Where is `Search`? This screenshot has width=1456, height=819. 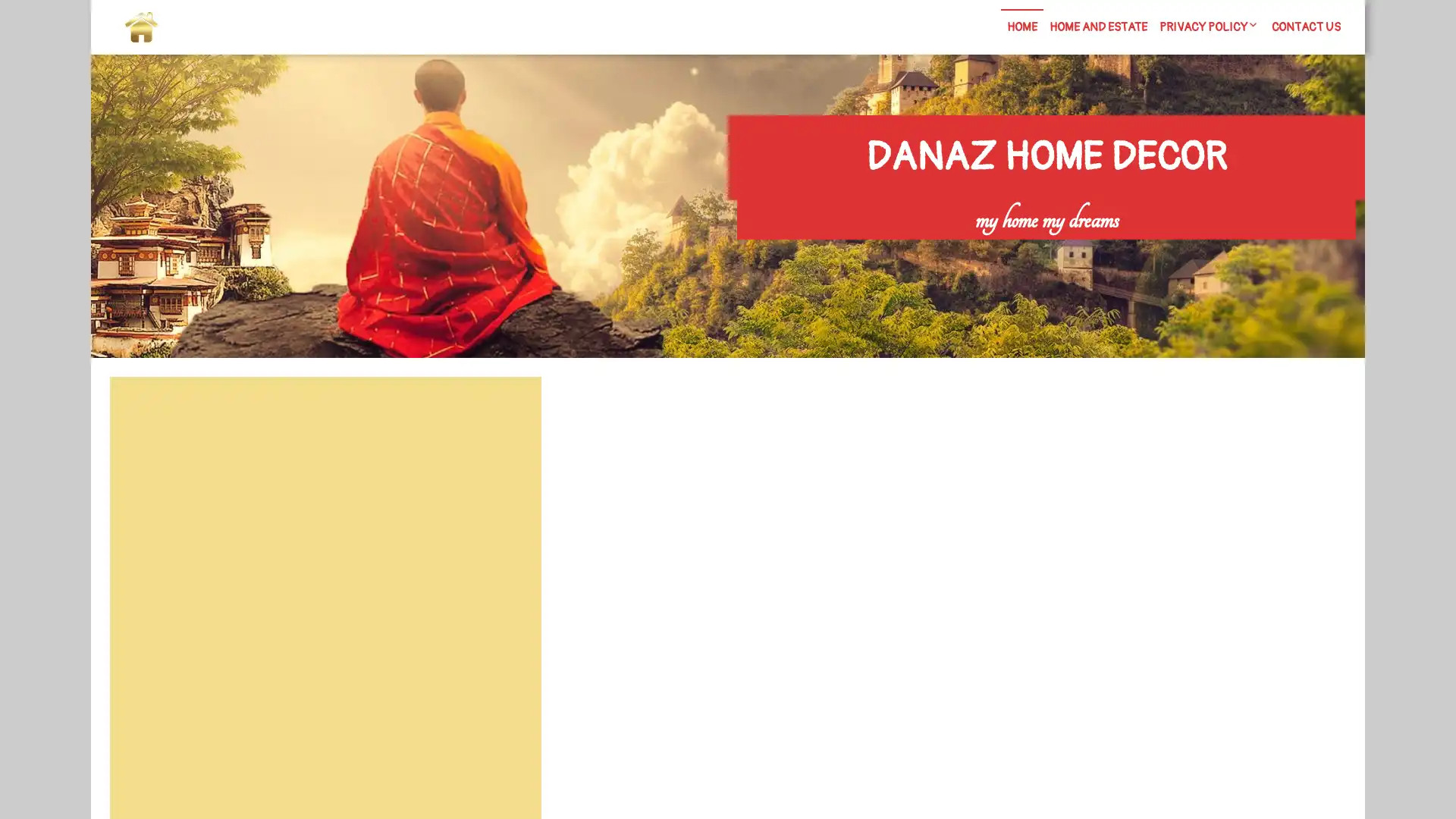
Search is located at coordinates (506, 413).